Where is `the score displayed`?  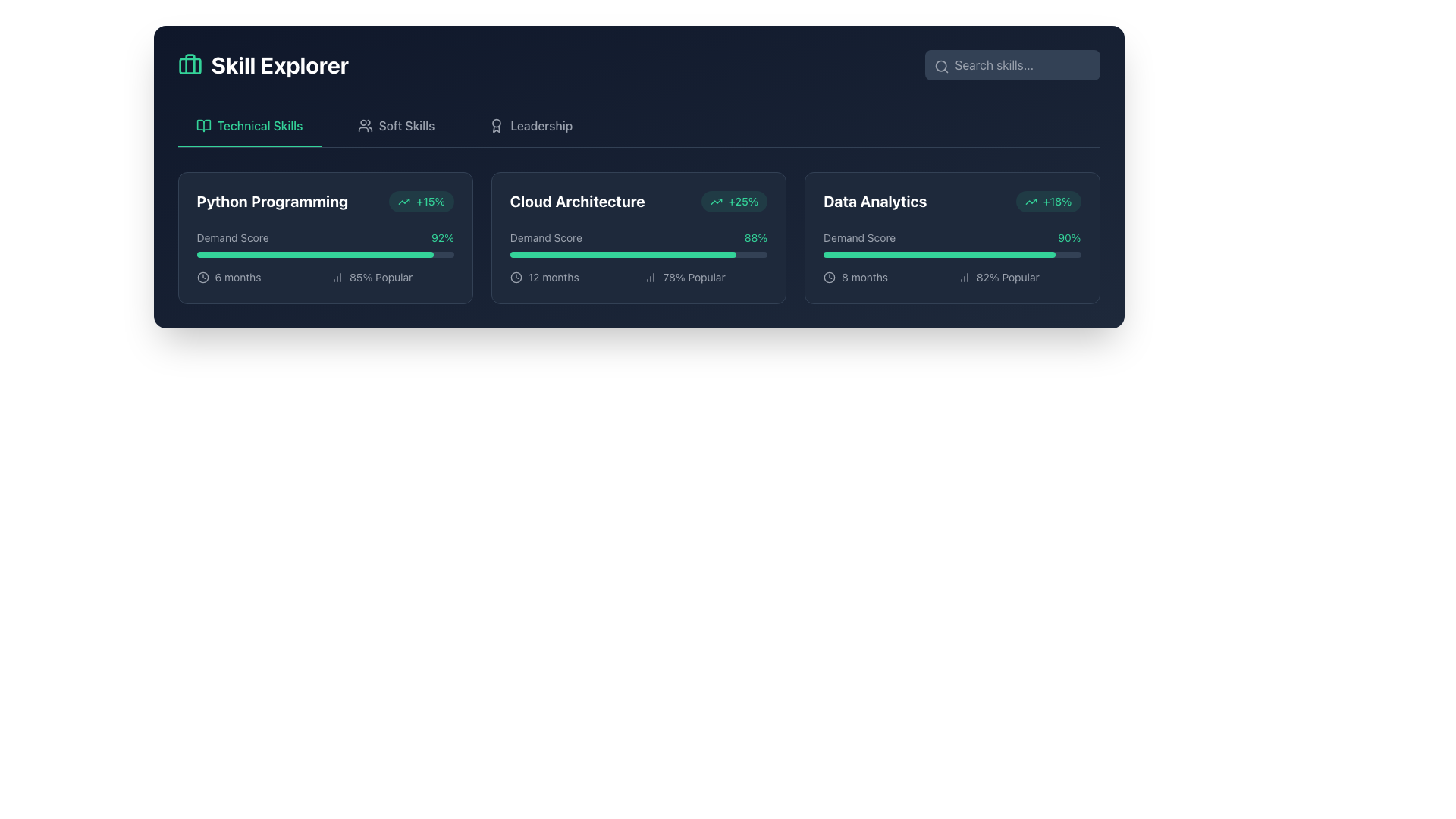 the score displayed is located at coordinates (441, 237).